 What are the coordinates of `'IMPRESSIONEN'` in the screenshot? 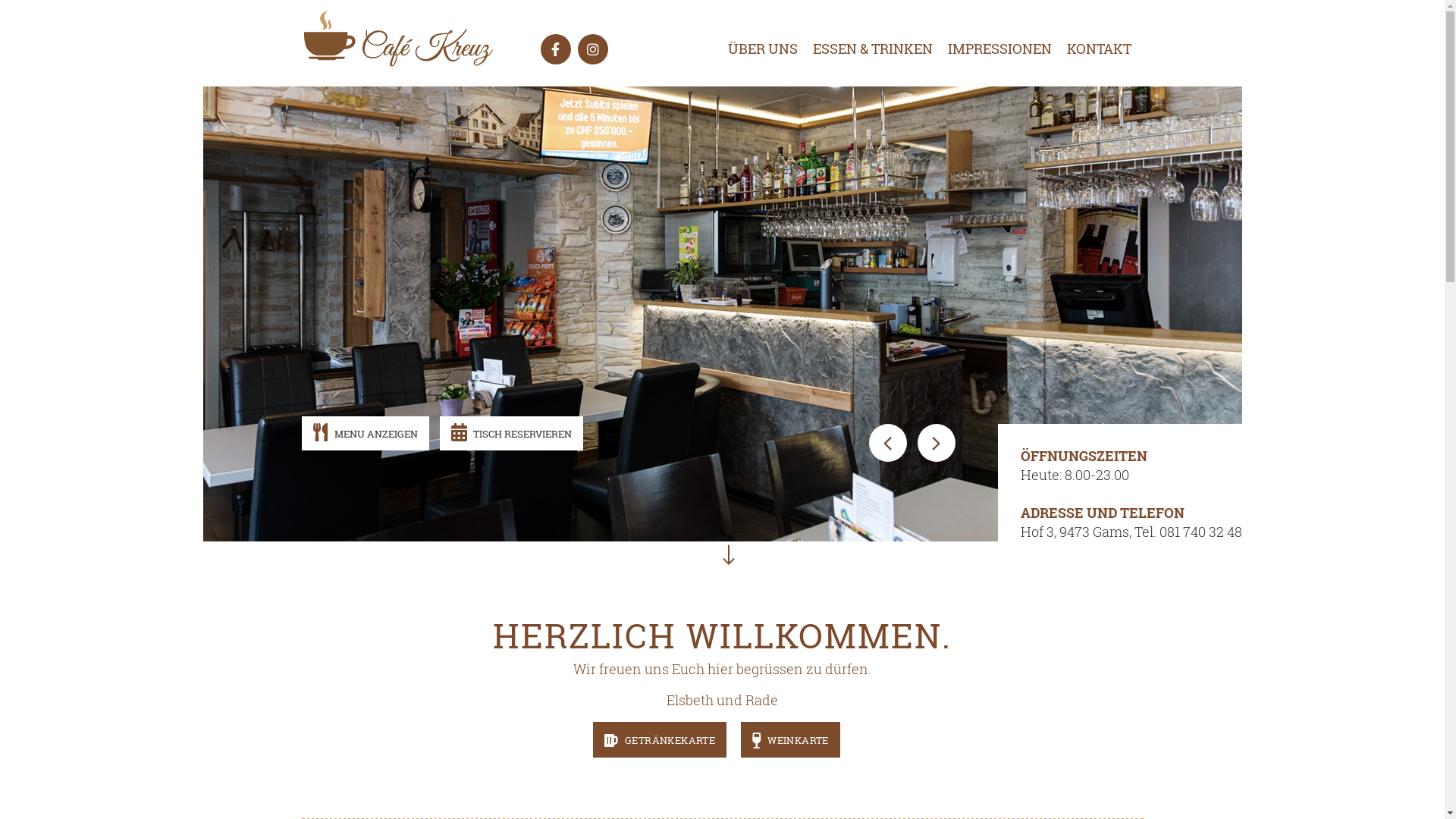 It's located at (931, 48).